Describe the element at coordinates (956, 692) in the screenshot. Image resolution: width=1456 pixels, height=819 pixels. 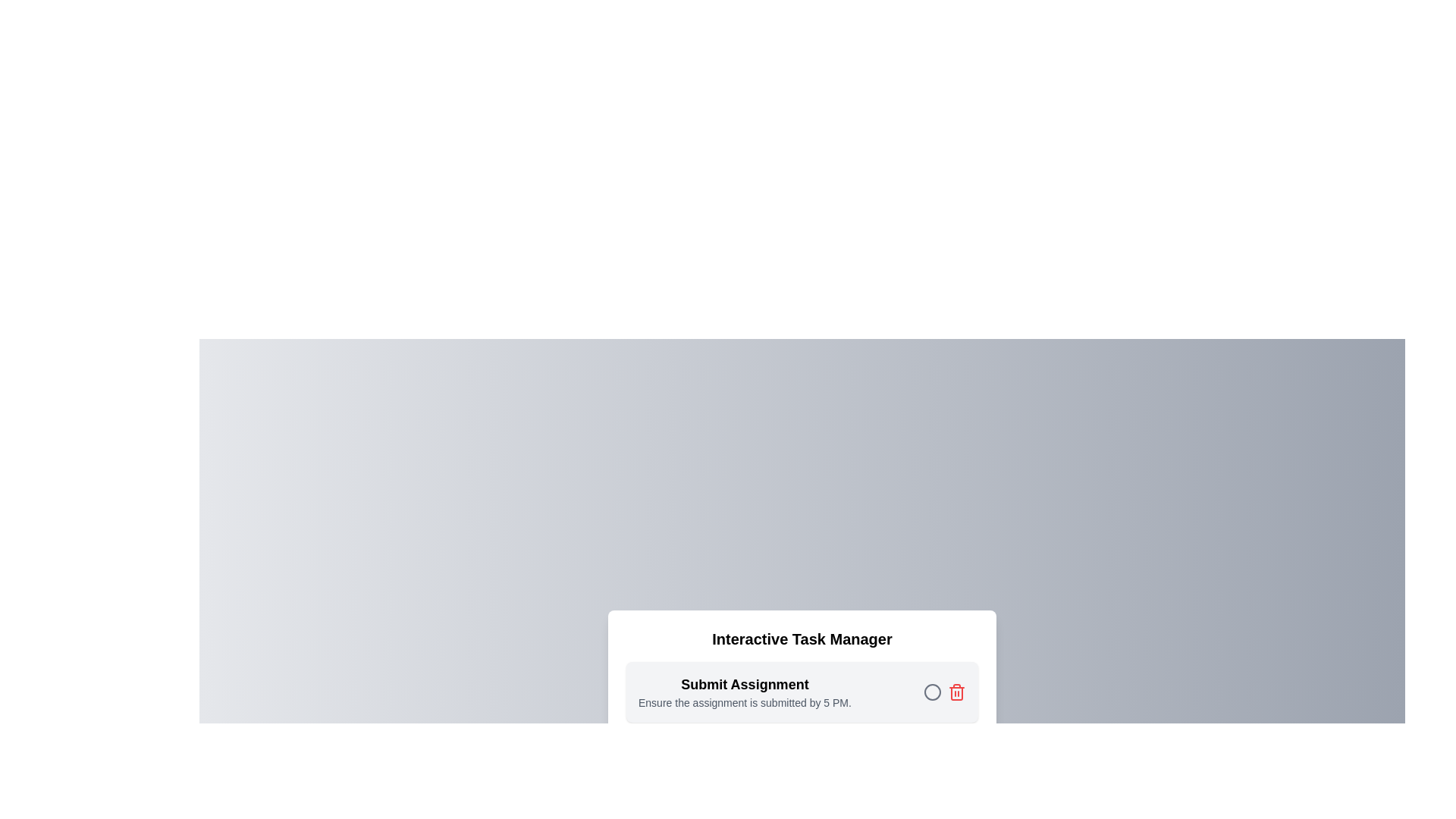
I see `the trash icon for the task with title 'Submit Assignment'` at that location.